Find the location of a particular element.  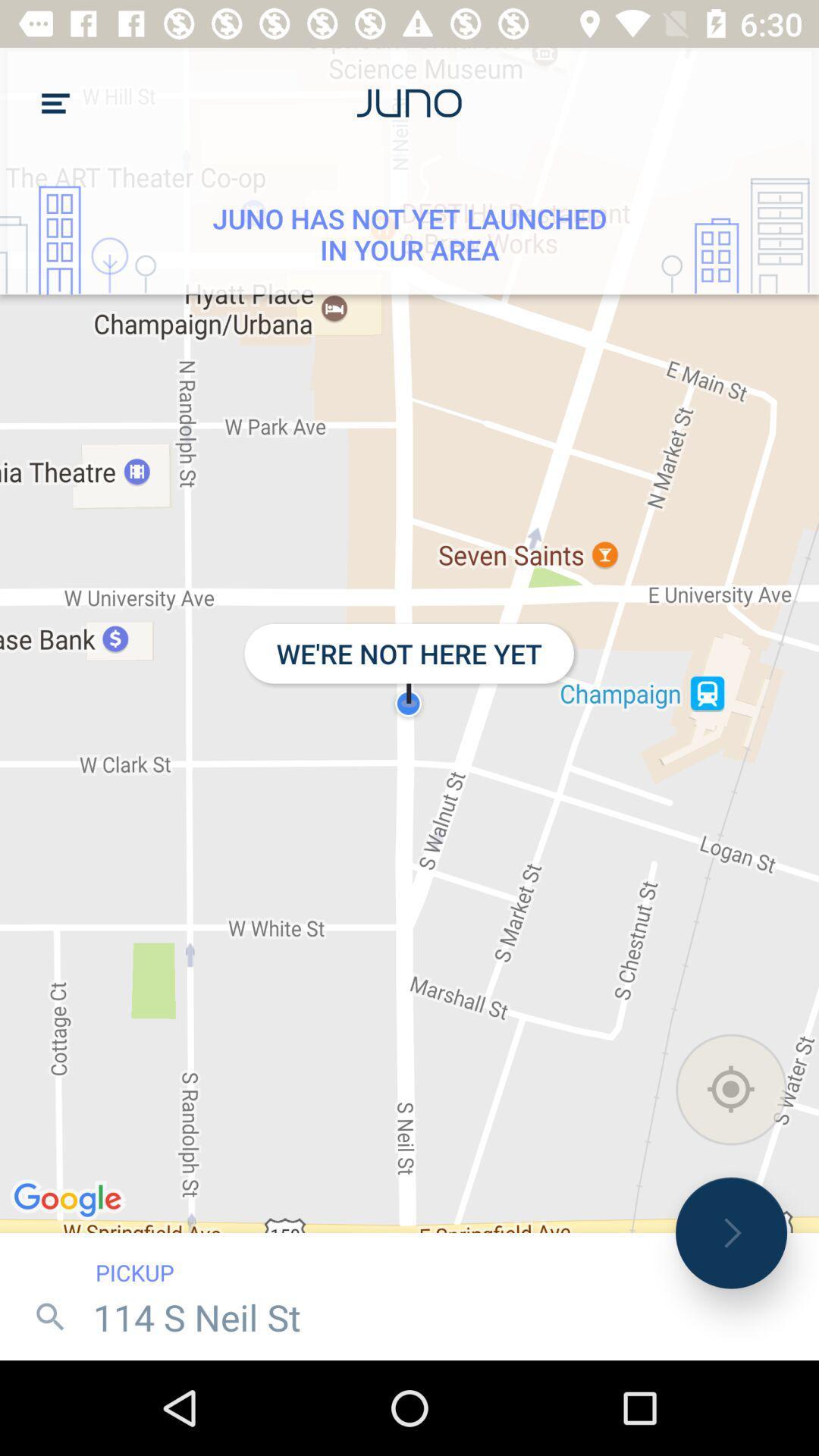

the location_crosshair icon is located at coordinates (730, 1088).